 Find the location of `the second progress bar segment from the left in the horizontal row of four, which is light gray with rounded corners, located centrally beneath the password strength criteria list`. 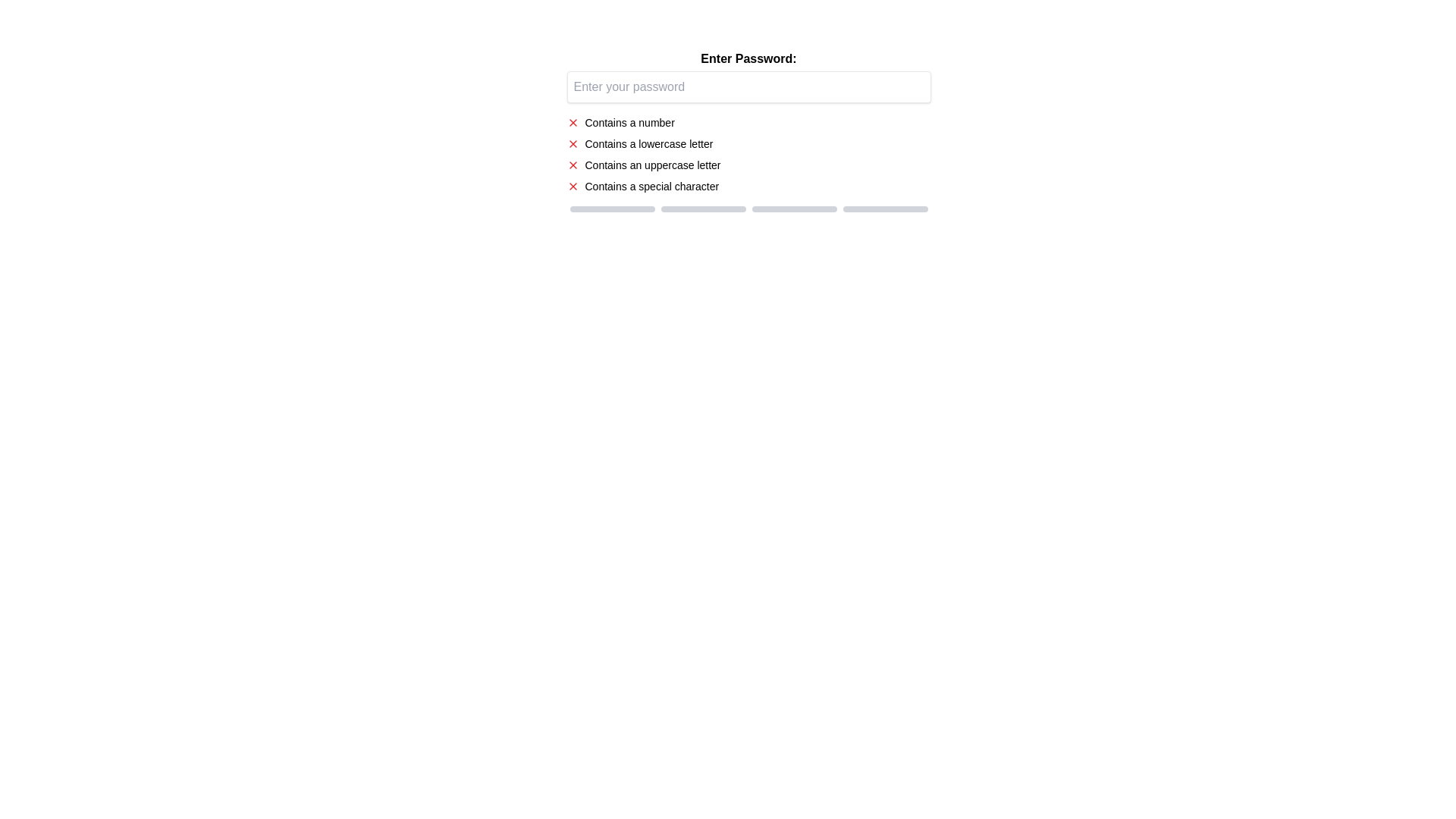

the second progress bar segment from the left in the horizontal row of four, which is light gray with rounded corners, located centrally beneath the password strength criteria list is located at coordinates (702, 209).